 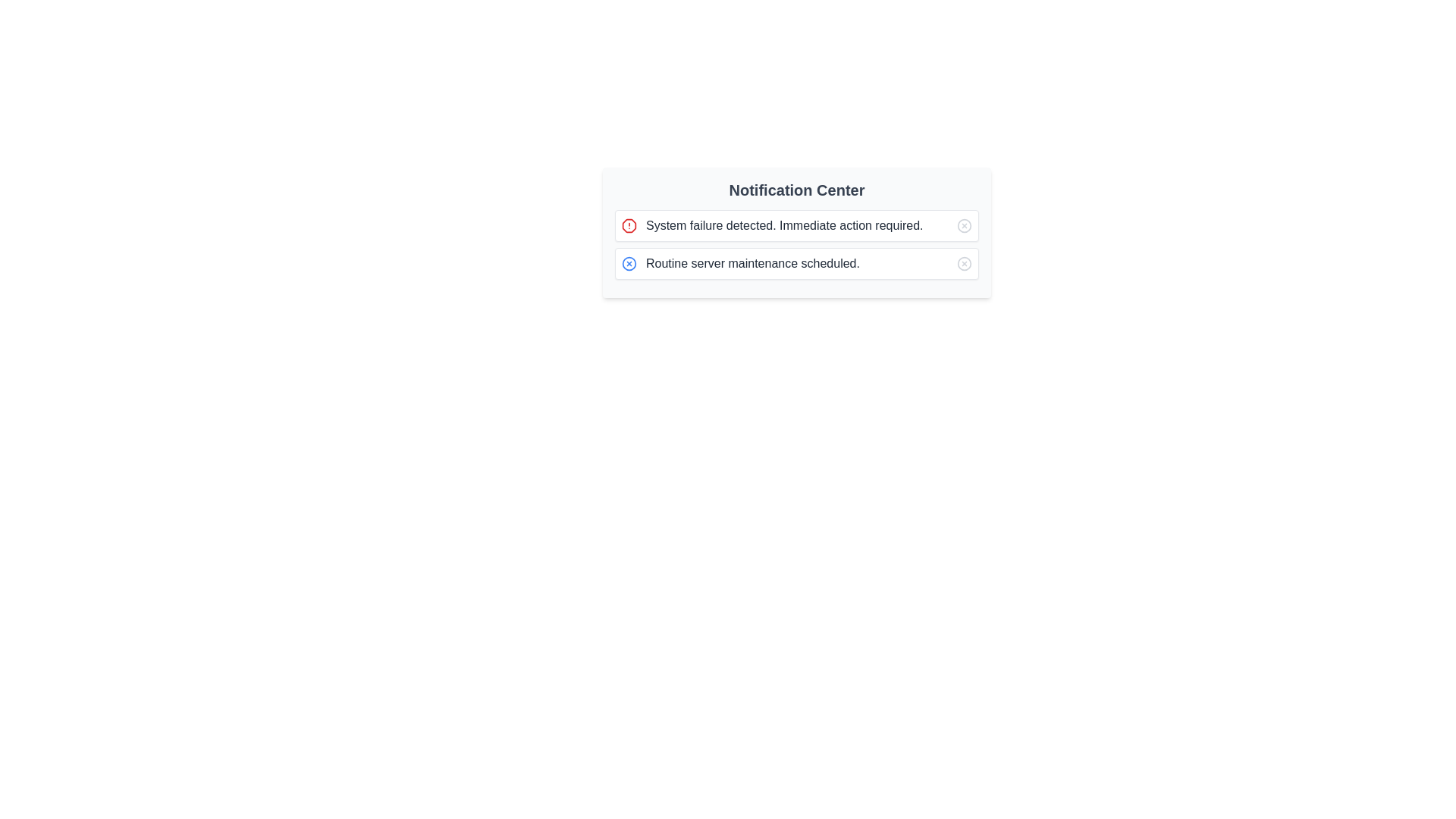 What do you see at coordinates (753, 262) in the screenshot?
I see `the text element displaying the message 'Routine server maintenance scheduled.' located in the Notification Center, positioned in the second row of notifications` at bounding box center [753, 262].